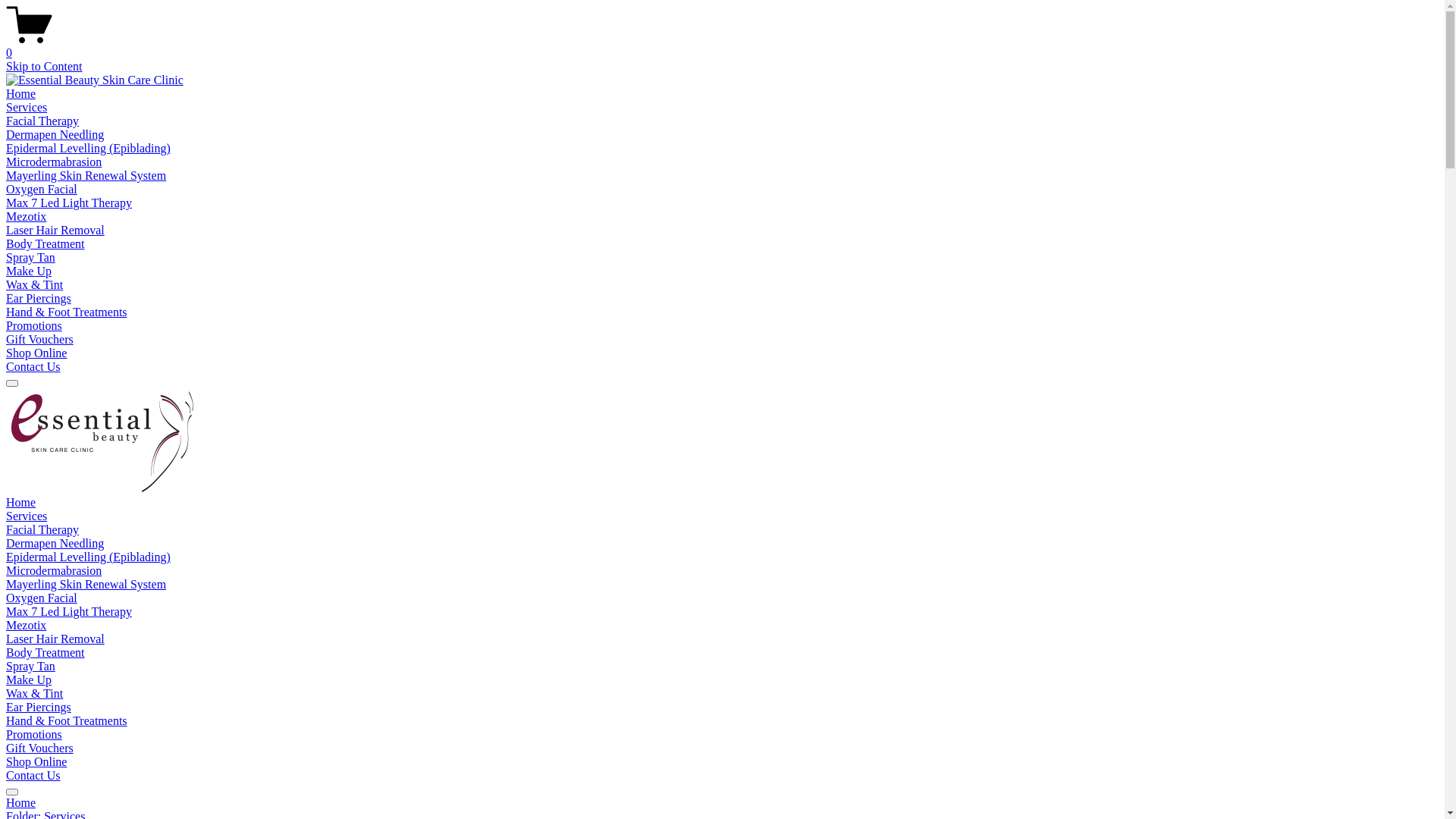 This screenshot has width=1456, height=819. What do you see at coordinates (87, 557) in the screenshot?
I see `'Epidermal Levelling (Epiblading)'` at bounding box center [87, 557].